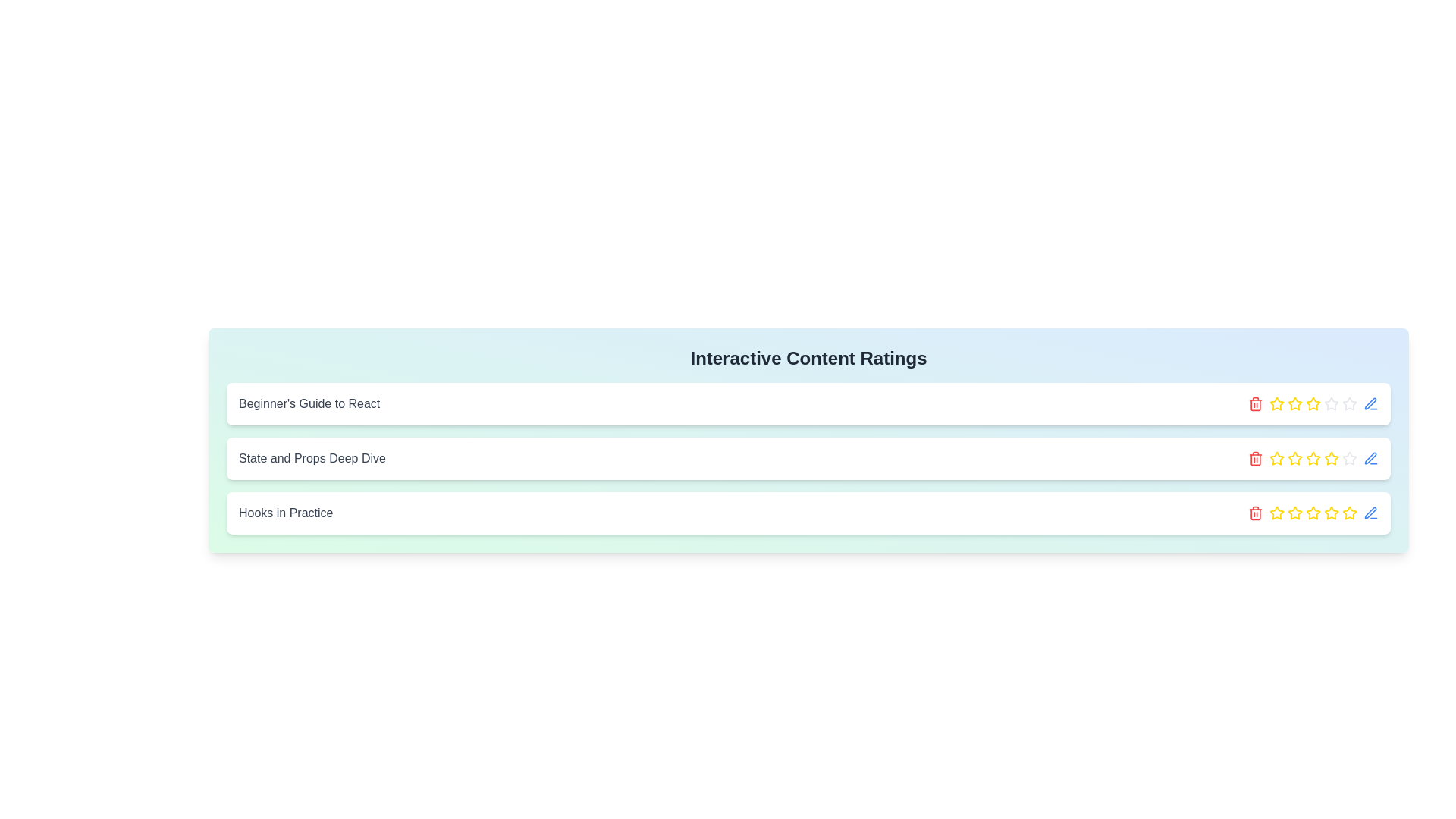  What do you see at coordinates (1331, 458) in the screenshot?
I see `the fifth star icon in the rating system` at bounding box center [1331, 458].